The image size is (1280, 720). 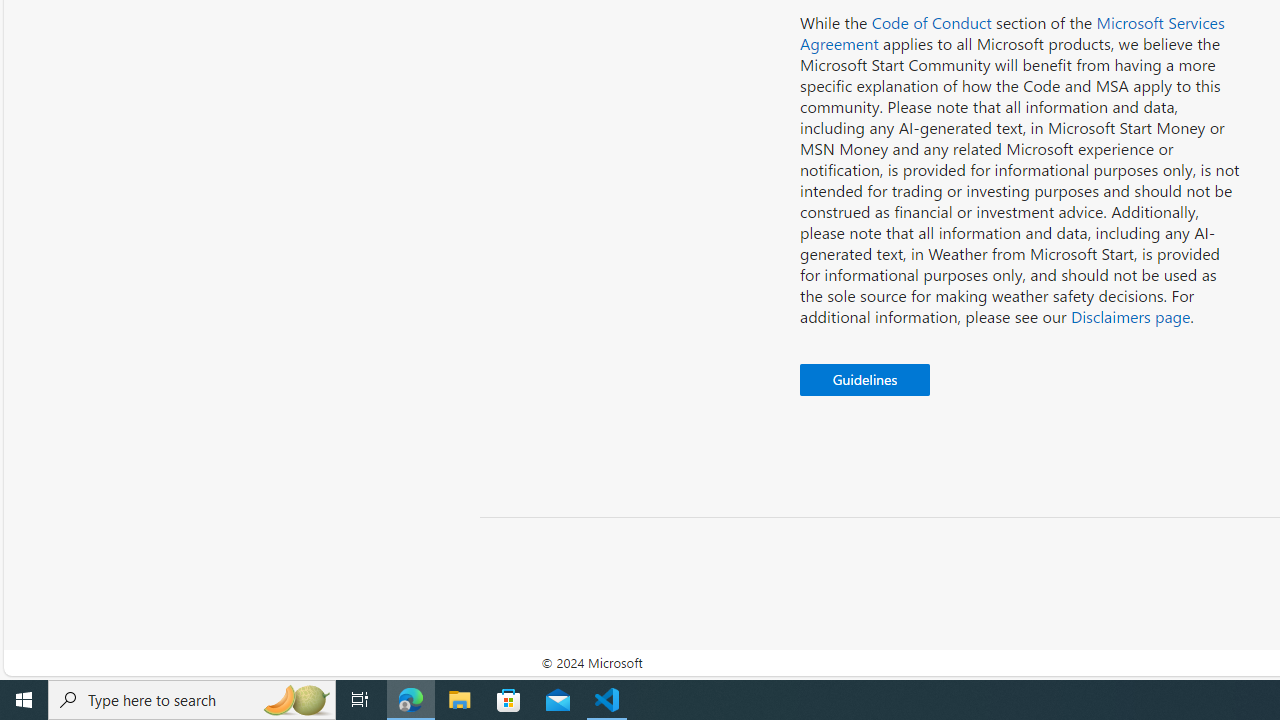 What do you see at coordinates (865, 380) in the screenshot?
I see `'Guidelines '` at bounding box center [865, 380].